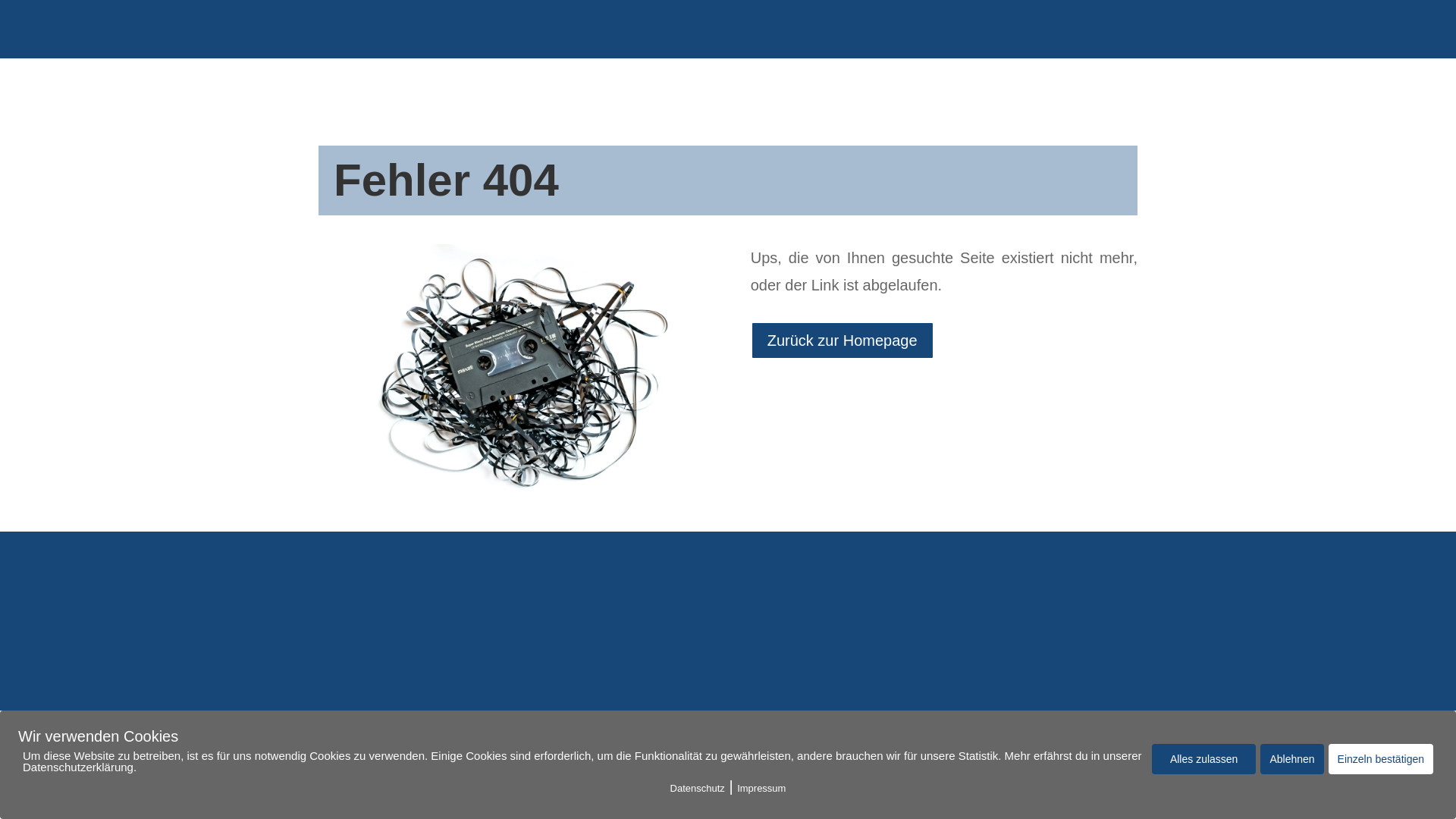 The height and width of the screenshot is (819, 1456). I want to click on 'Datenschutz', so click(697, 787).